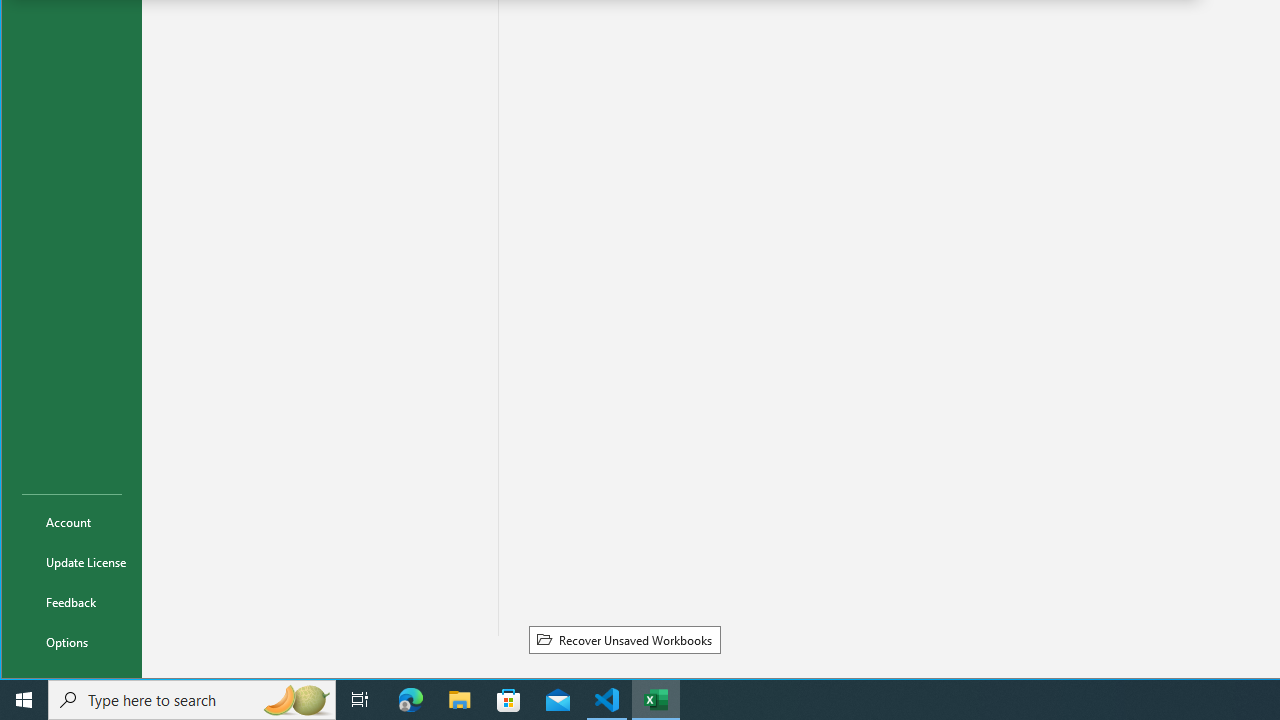 Image resolution: width=1280 pixels, height=720 pixels. What do you see at coordinates (72, 641) in the screenshot?
I see `'Options'` at bounding box center [72, 641].